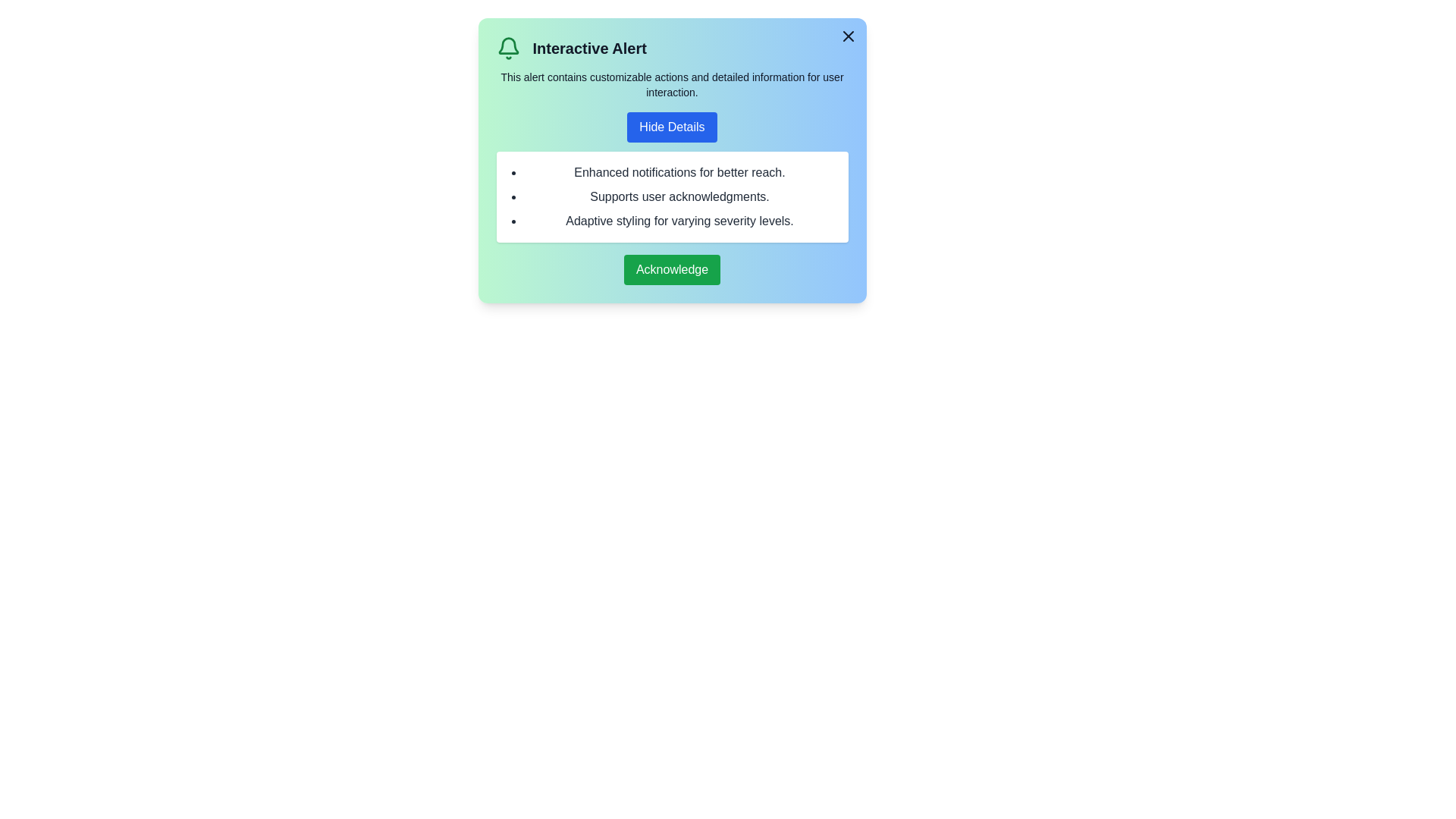 The height and width of the screenshot is (819, 1456). Describe the element at coordinates (847, 35) in the screenshot. I see `the close button to dismiss the alert` at that location.